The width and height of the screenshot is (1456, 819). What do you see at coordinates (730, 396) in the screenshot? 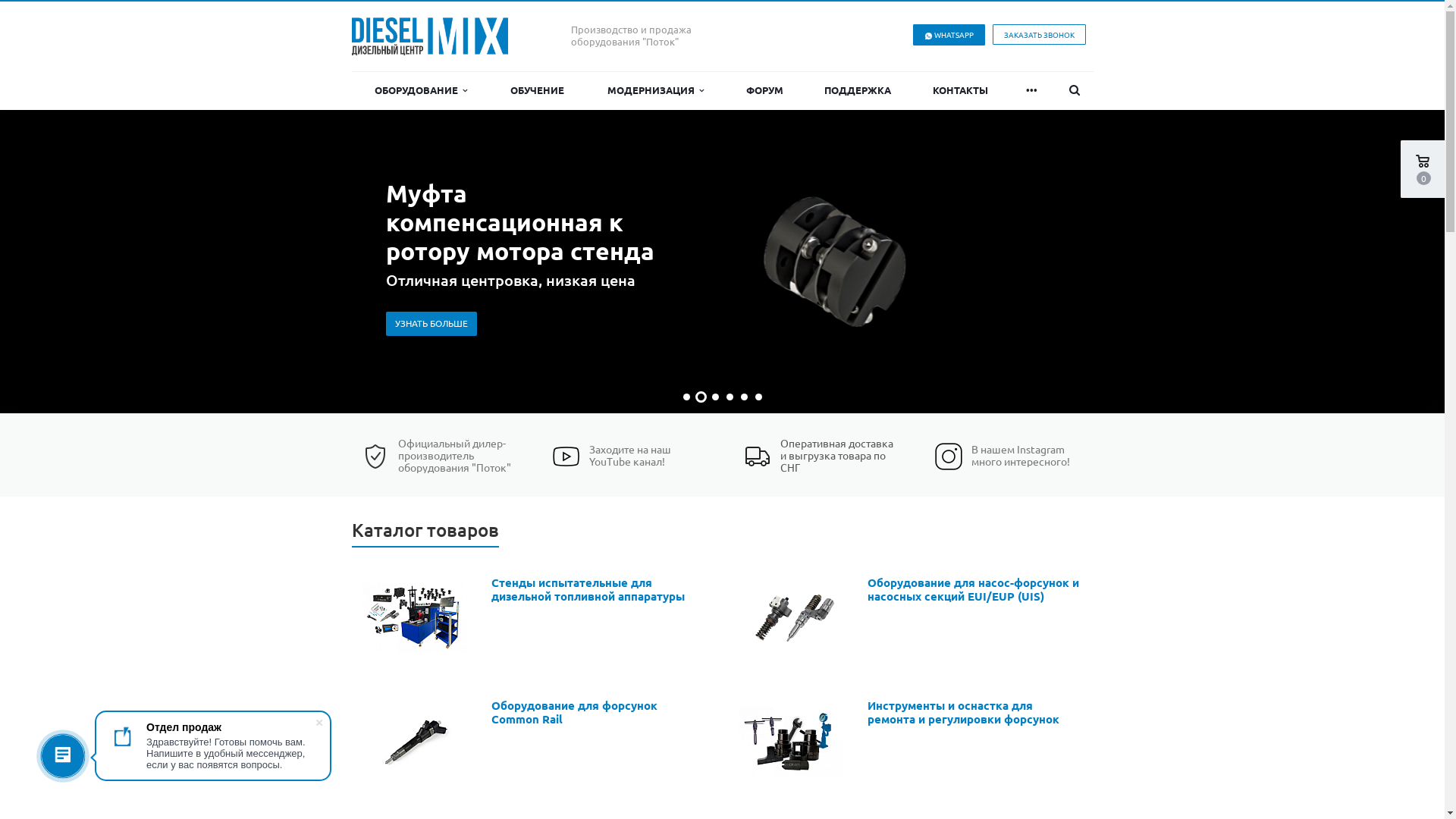
I see `'4'` at bounding box center [730, 396].